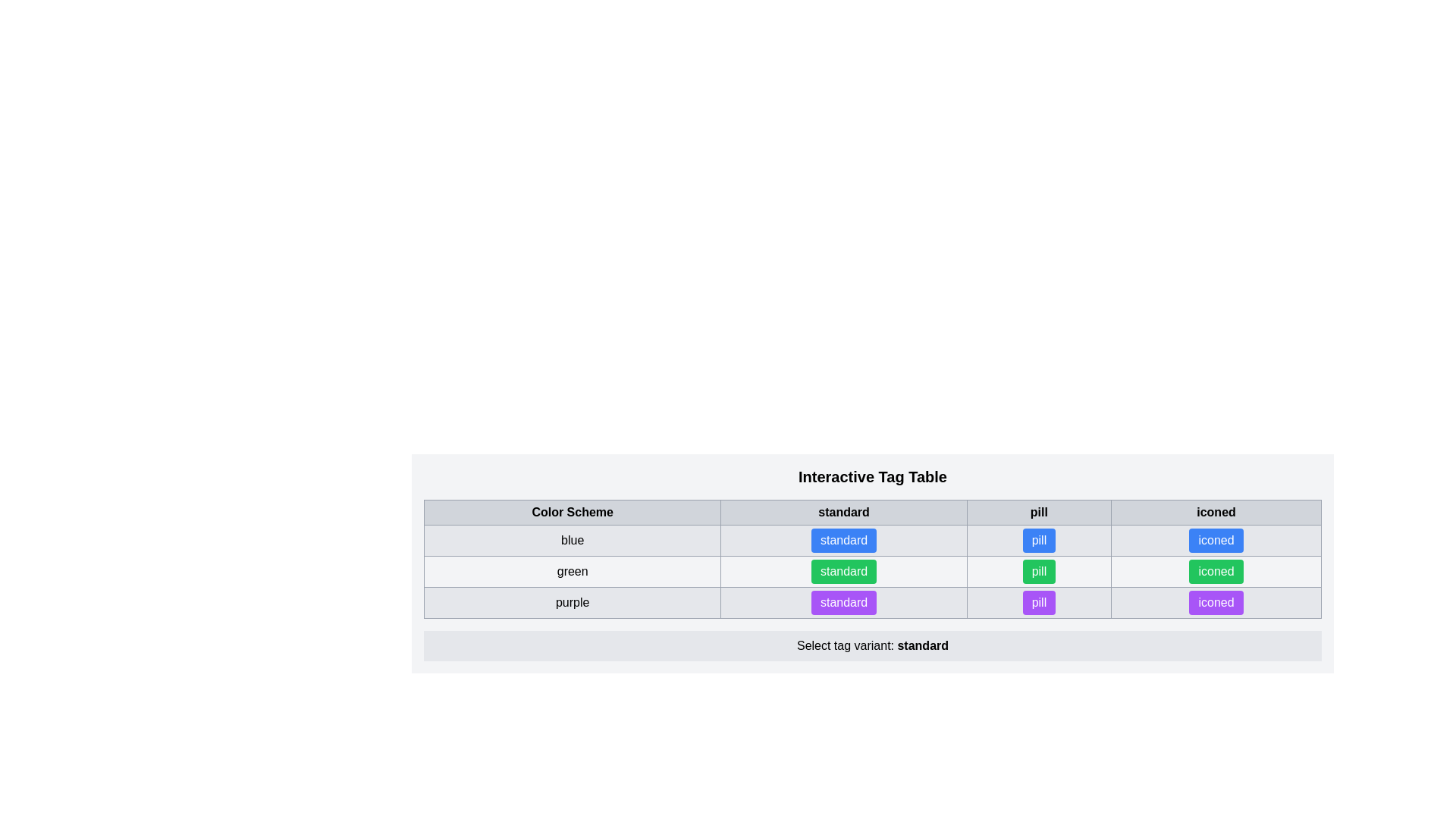 The width and height of the screenshot is (1456, 819). I want to click on the static Text Label located under the 'Interactive Tag Table' section, to the right of 'Select tag variant:', so click(922, 645).